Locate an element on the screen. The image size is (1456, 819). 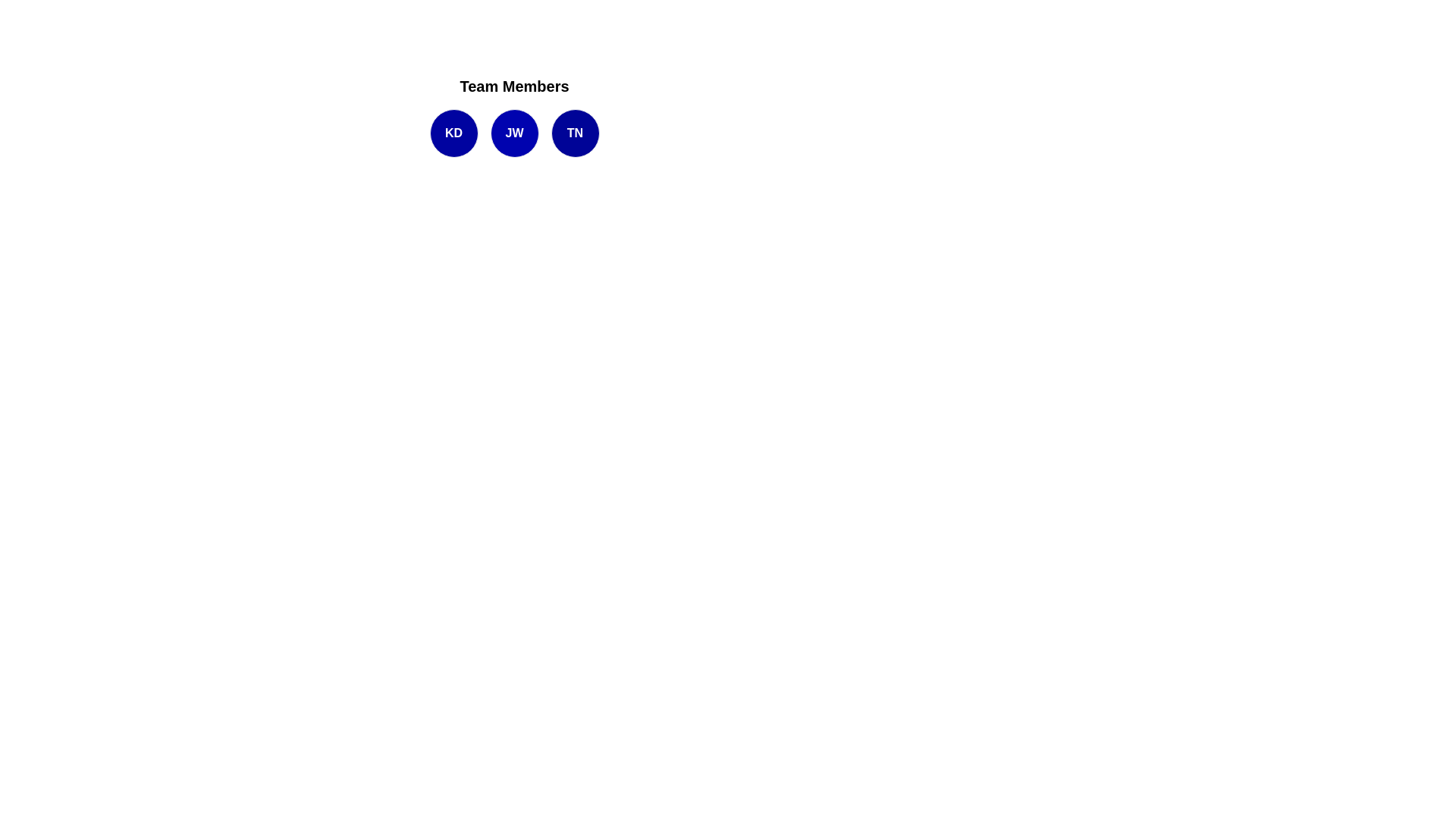
the third blue circle icon labeled 'TN' in the top center of the page, which follows the circles labeled 'KD' and 'JW' is located at coordinates (574, 133).